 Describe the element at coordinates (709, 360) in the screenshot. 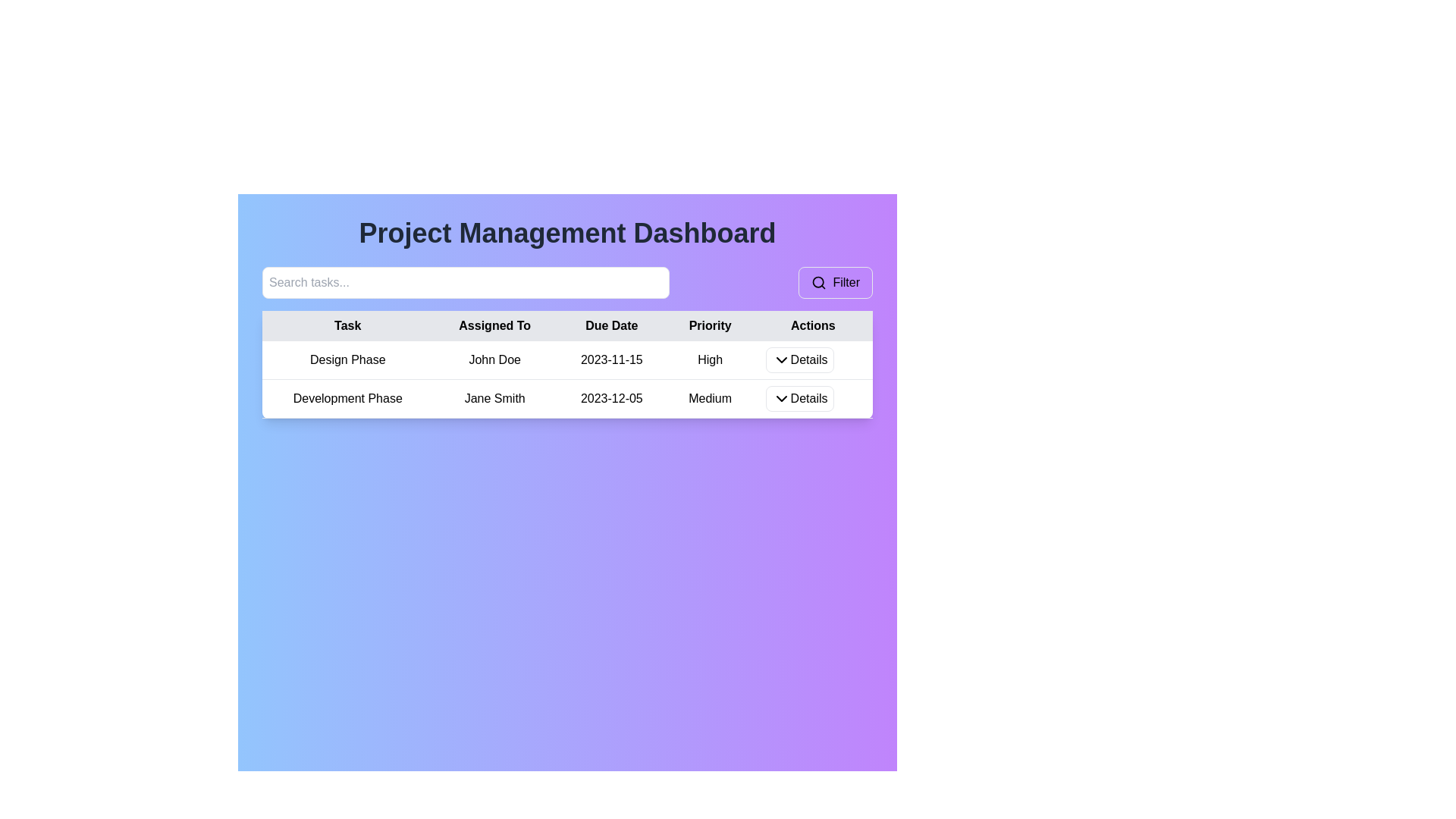

I see `the static text component labeled 'High' in the 'Priority' column of the first row in the 'Project Management Dashboard' table` at that location.